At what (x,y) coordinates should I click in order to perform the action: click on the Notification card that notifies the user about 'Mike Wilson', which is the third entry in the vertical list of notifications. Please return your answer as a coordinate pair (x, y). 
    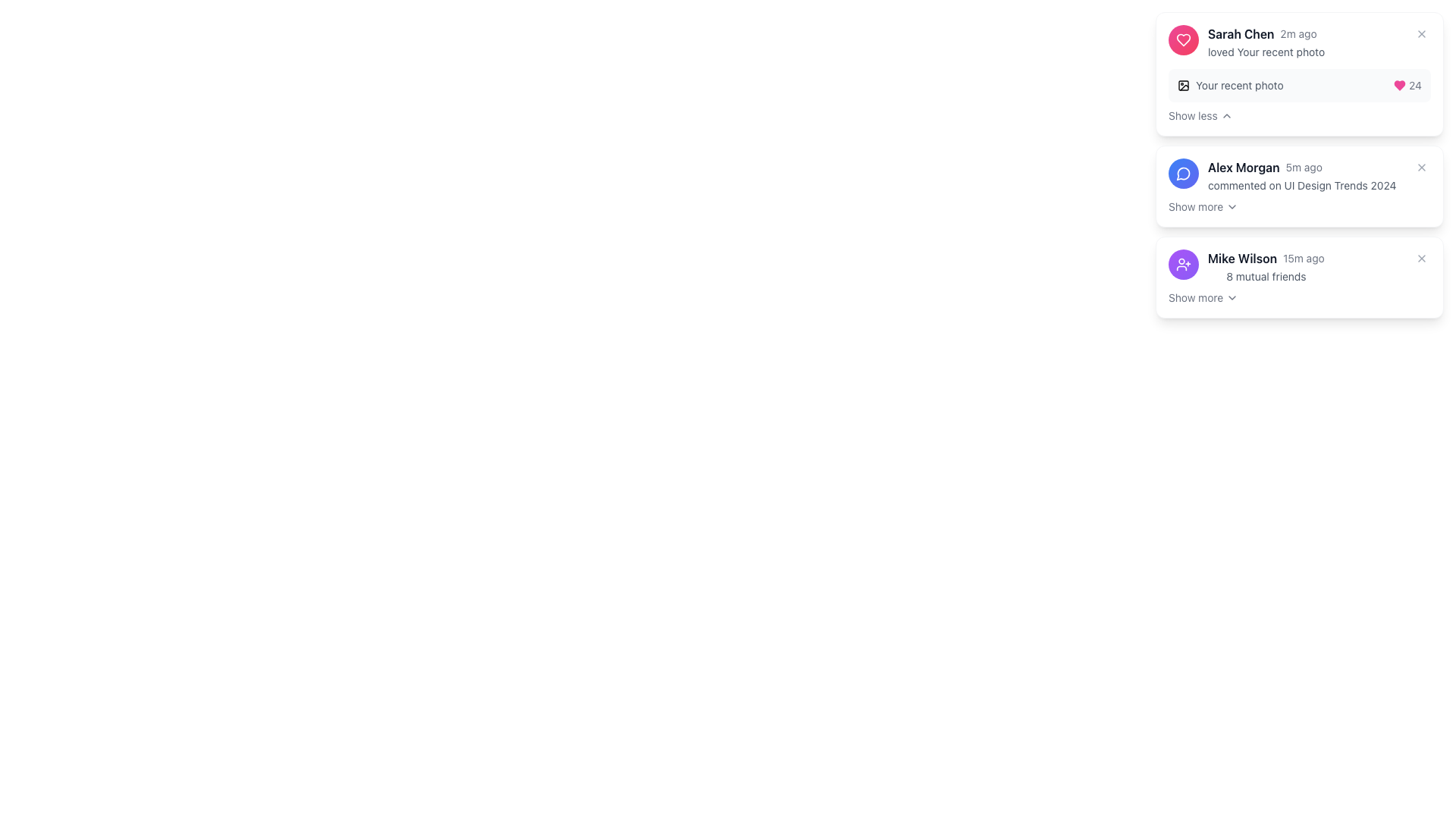
    Looking at the image, I should click on (1246, 265).